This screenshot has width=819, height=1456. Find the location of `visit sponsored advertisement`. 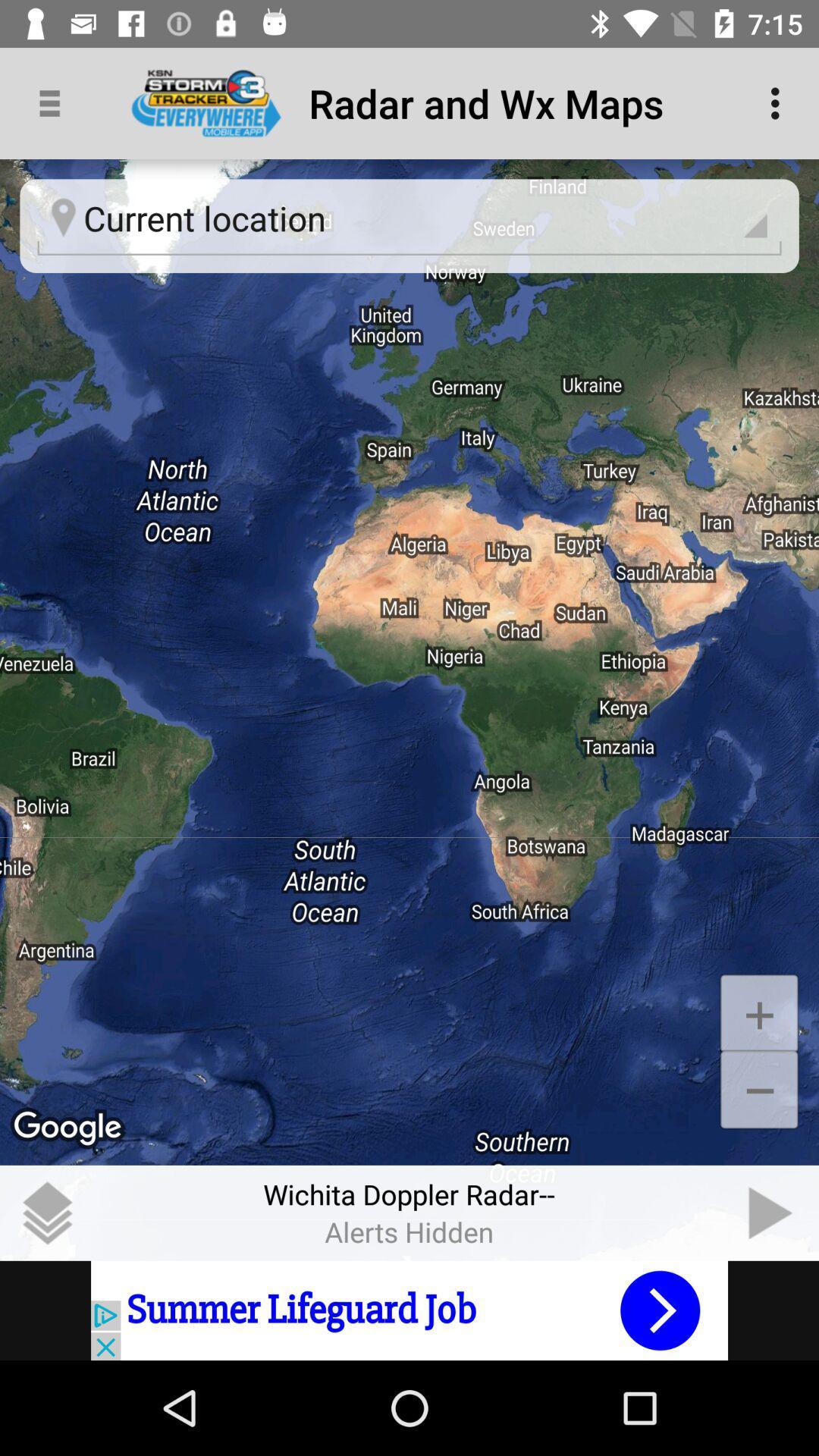

visit sponsored advertisement is located at coordinates (409, 1310).